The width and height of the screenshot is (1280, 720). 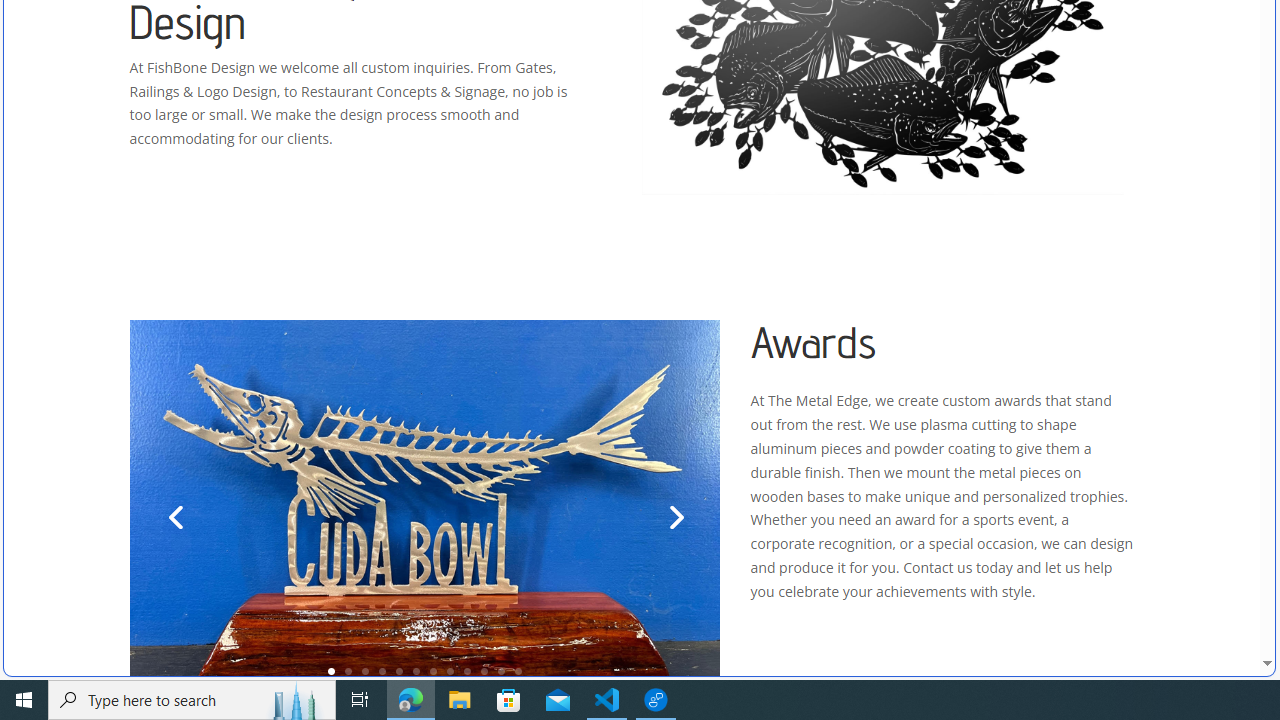 I want to click on '2', so click(x=348, y=671).